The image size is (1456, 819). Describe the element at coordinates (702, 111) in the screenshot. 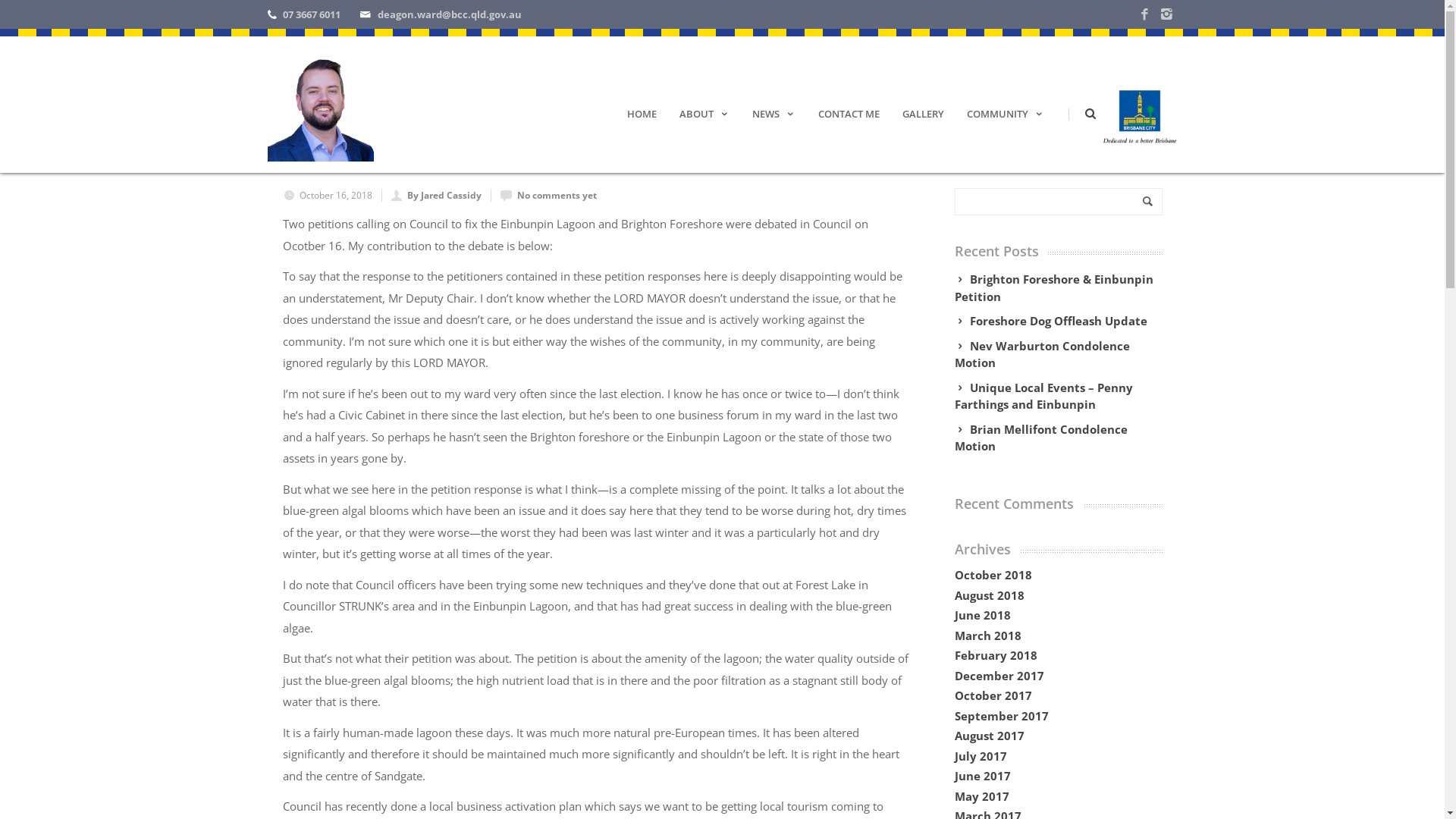

I see `'ABOUT'` at that location.